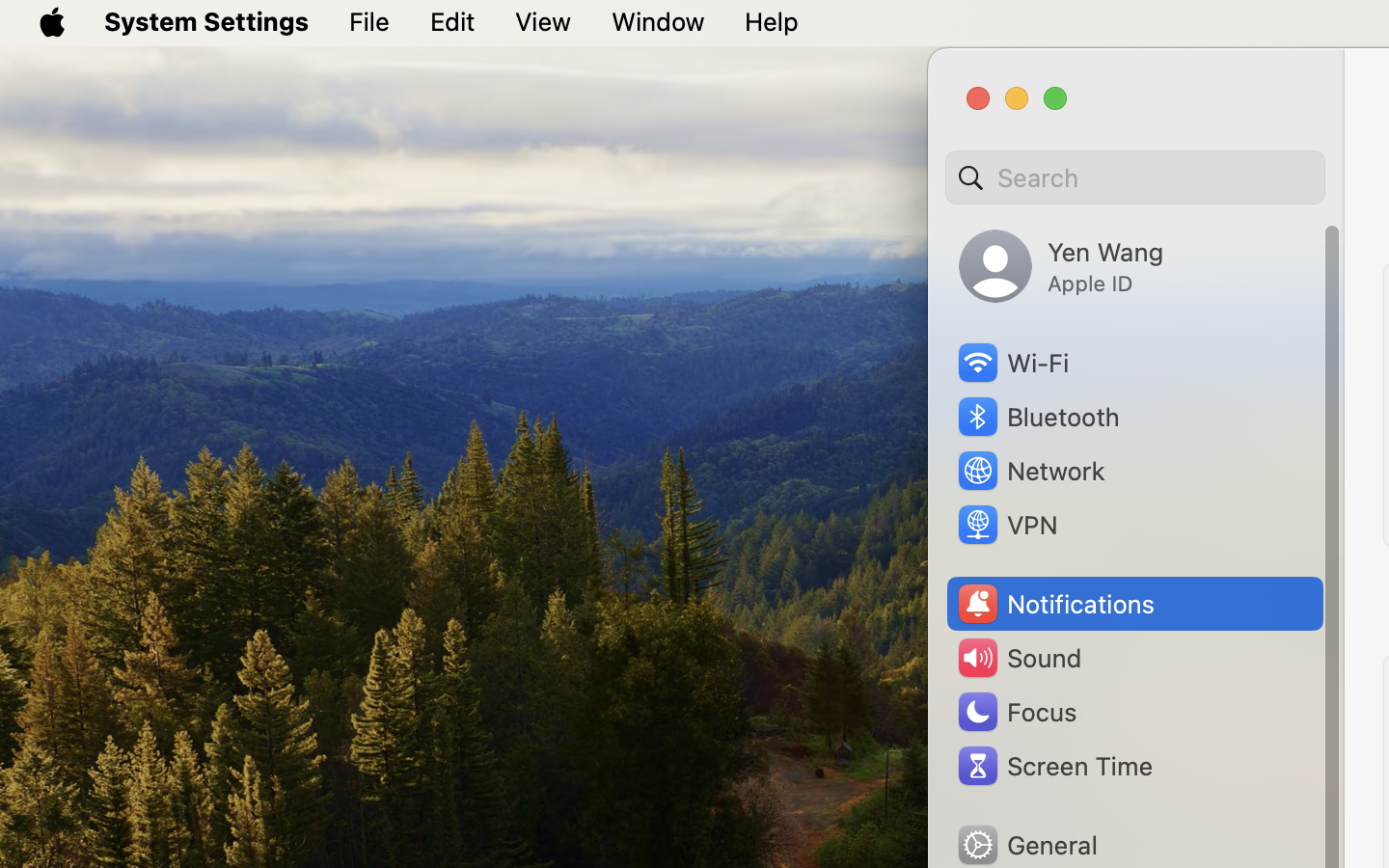 This screenshot has width=1389, height=868. What do you see at coordinates (1012, 363) in the screenshot?
I see `'Wi‑Fi'` at bounding box center [1012, 363].